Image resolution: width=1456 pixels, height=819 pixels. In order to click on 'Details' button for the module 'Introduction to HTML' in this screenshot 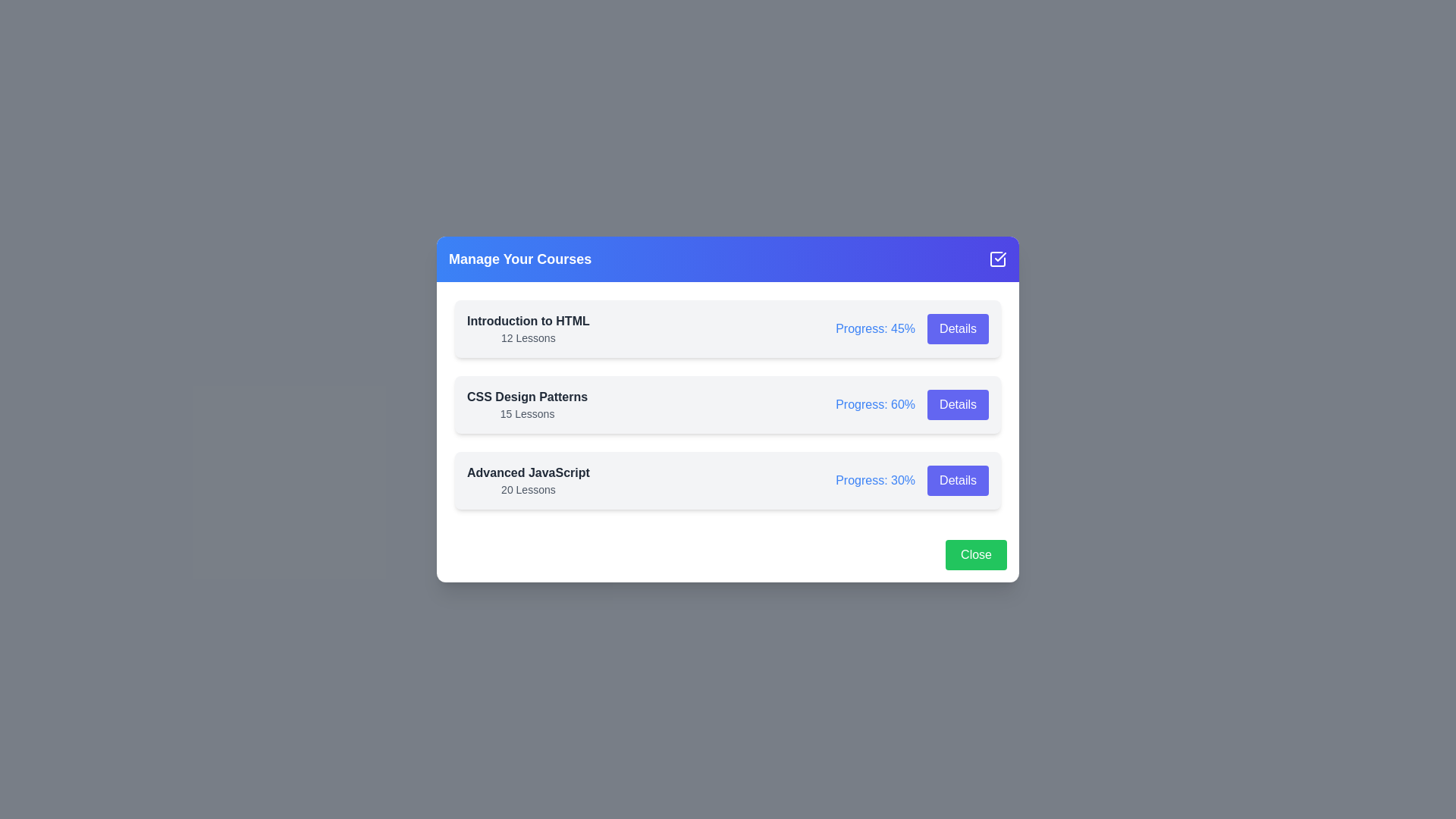, I will do `click(957, 328)`.